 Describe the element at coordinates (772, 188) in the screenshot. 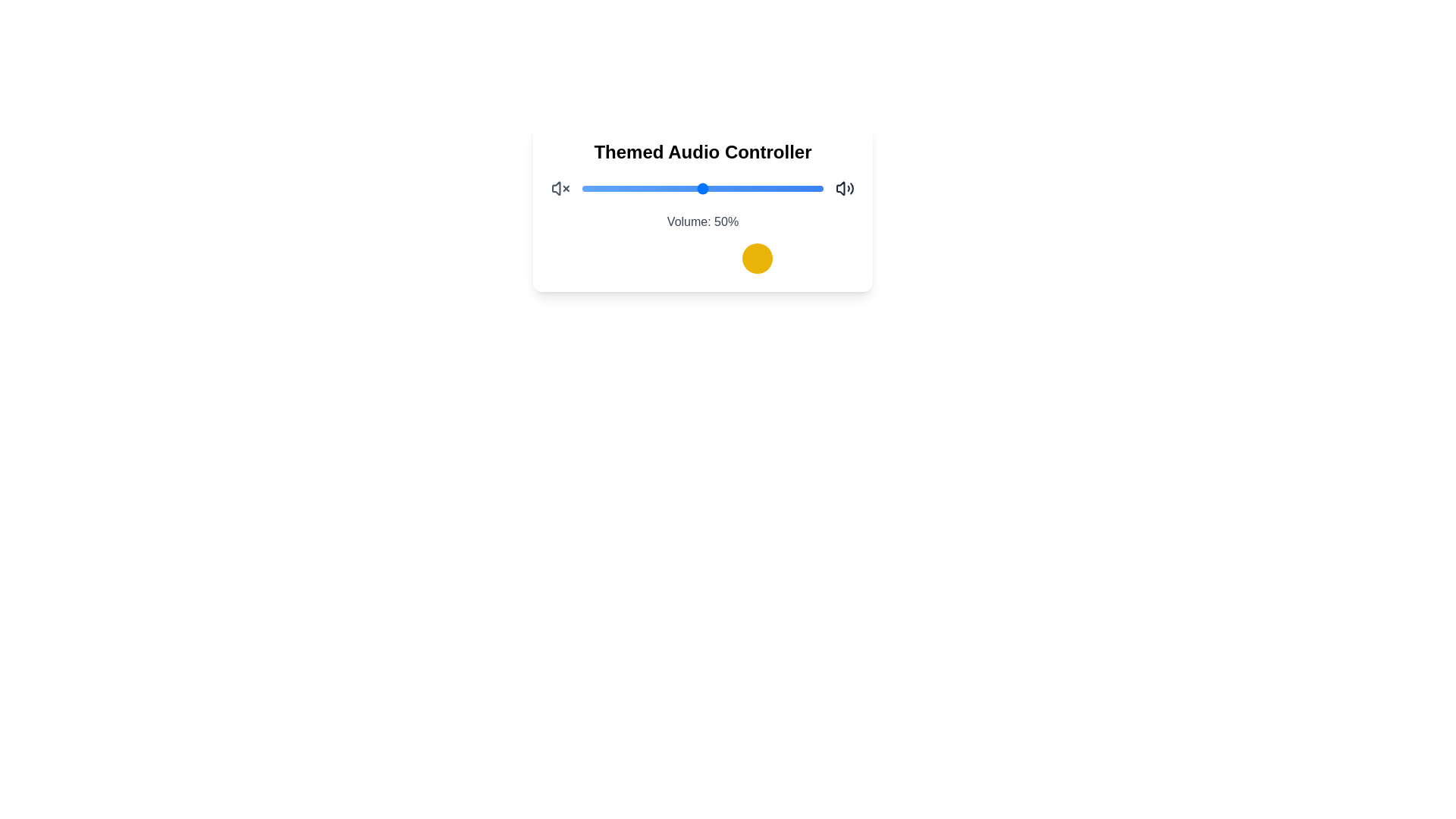

I see `the volume slider to set the volume to 79%` at that location.